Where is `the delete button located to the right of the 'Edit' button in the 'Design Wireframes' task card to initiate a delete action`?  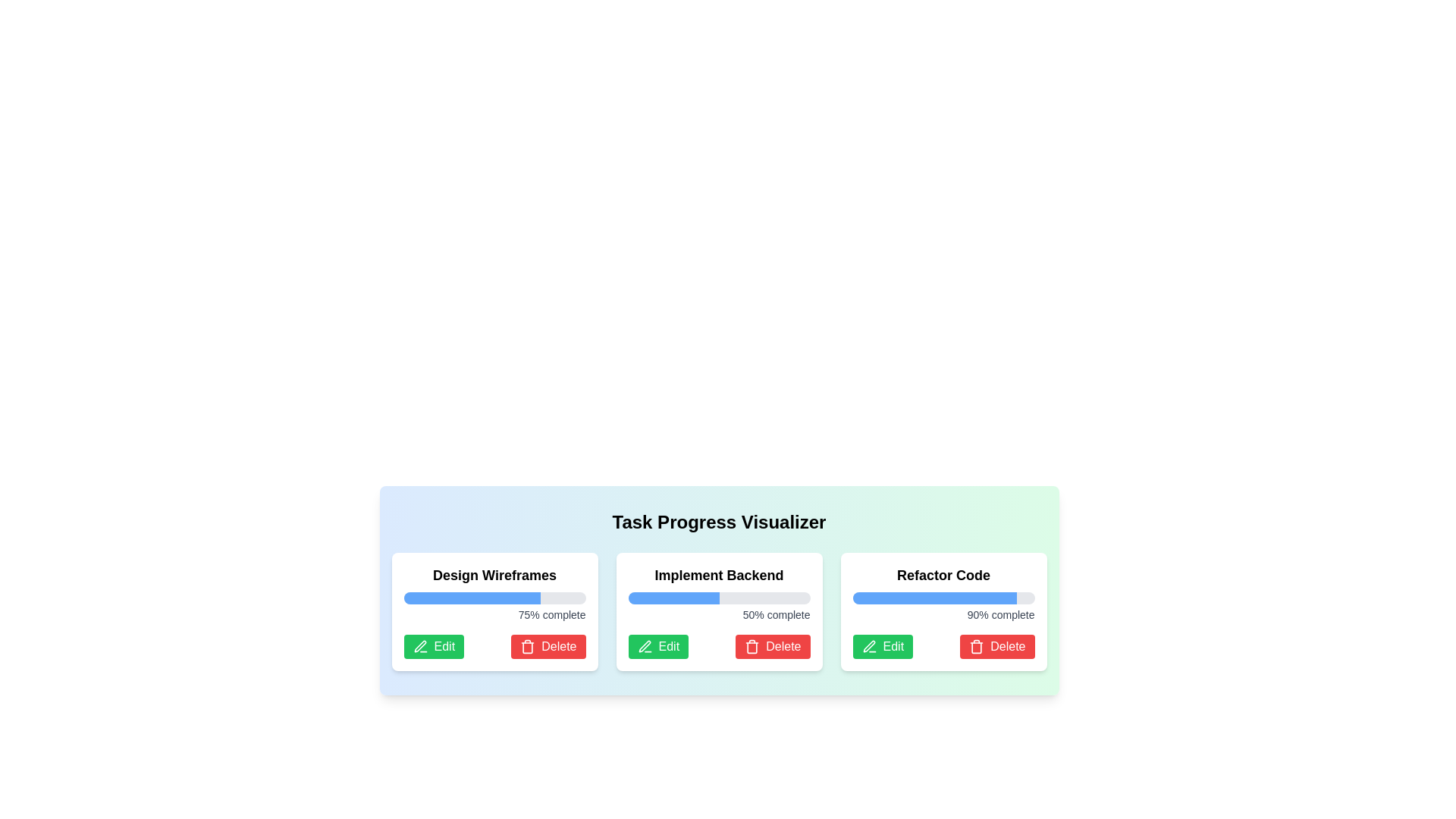
the delete button located to the right of the 'Edit' button in the 'Design Wireframes' task card to initiate a delete action is located at coordinates (548, 646).